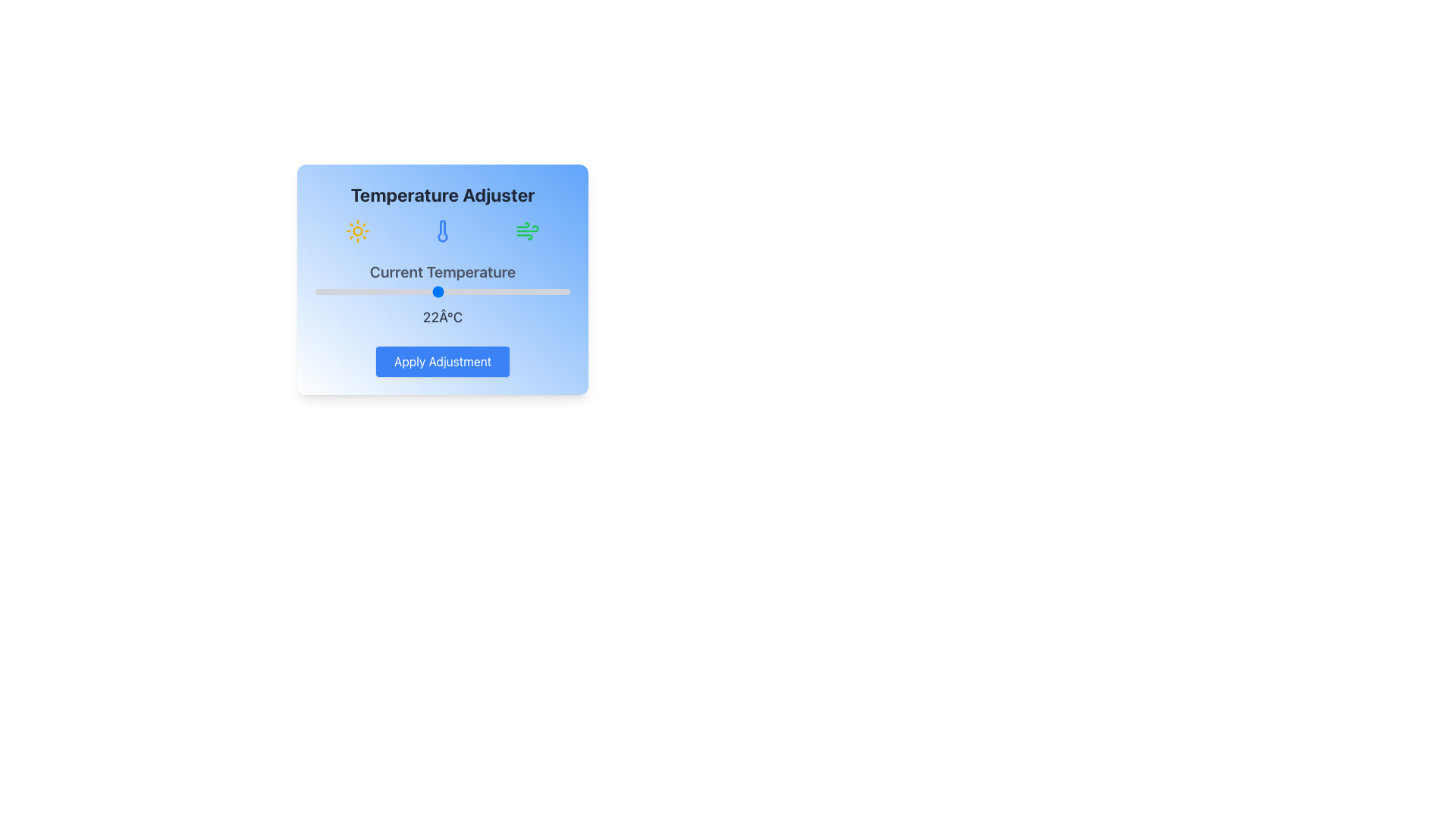  What do you see at coordinates (356, 231) in the screenshot?
I see `the sun icon in the upper-left area of the 'Temperature Adjuster' interface` at bounding box center [356, 231].